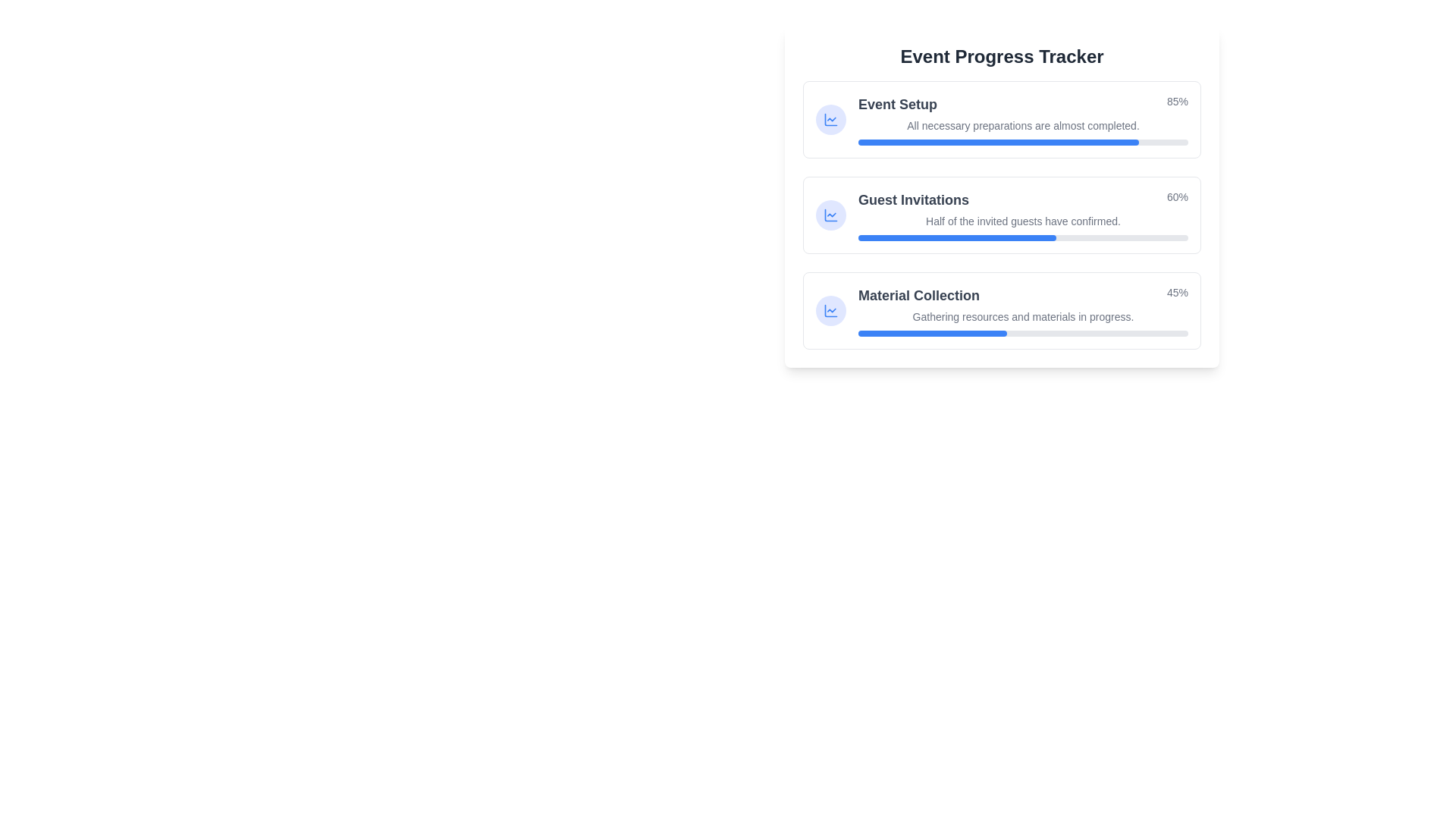 The width and height of the screenshot is (1456, 819). I want to click on the Progress Bar that visually represents the progress of the 'Event Setup' task, indicating an 85% completion level, so click(998, 143).